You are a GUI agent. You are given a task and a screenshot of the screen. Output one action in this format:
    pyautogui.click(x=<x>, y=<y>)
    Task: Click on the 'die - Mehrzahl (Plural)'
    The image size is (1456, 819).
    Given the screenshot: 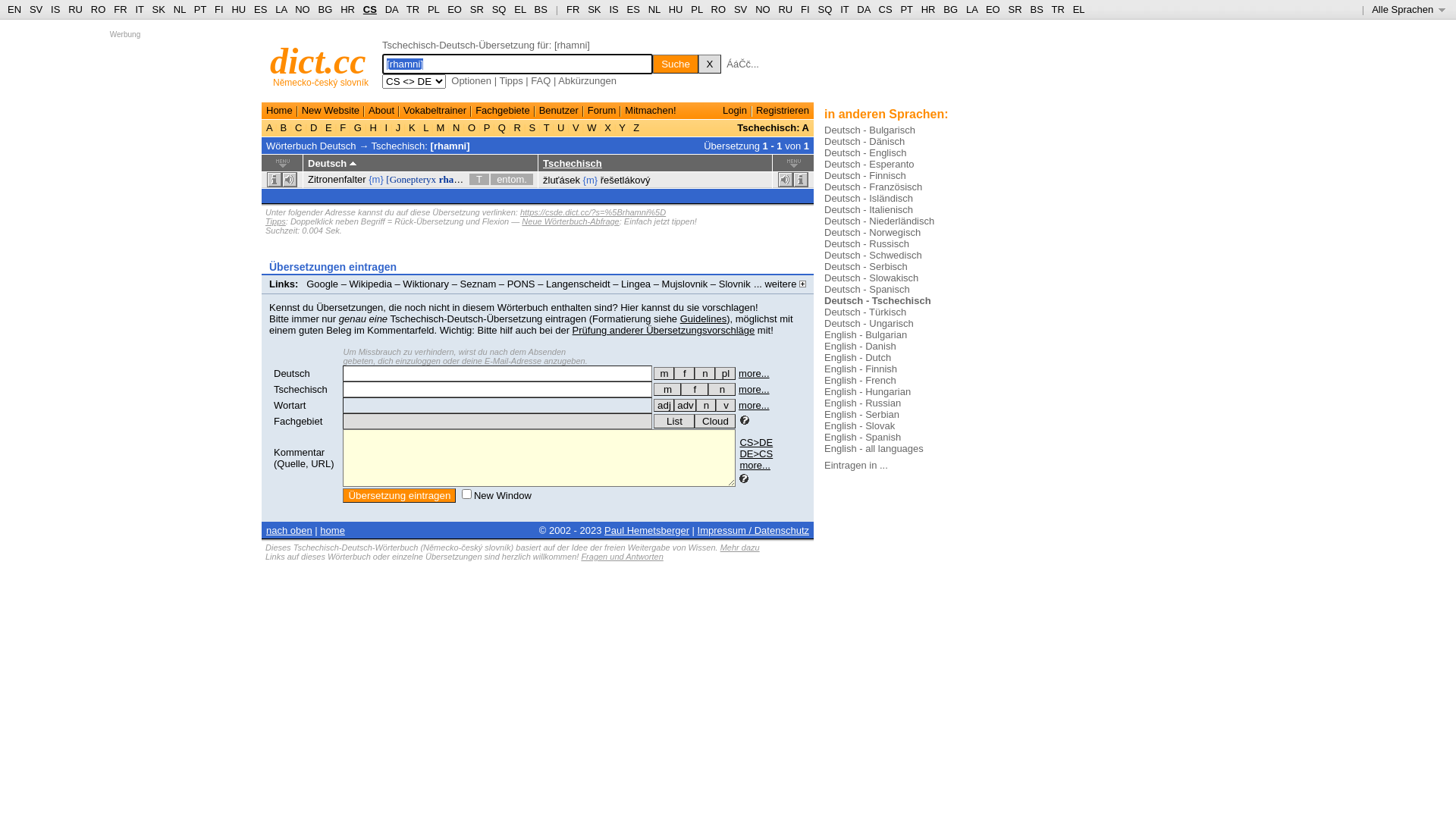 What is the action you would take?
    pyautogui.click(x=714, y=373)
    